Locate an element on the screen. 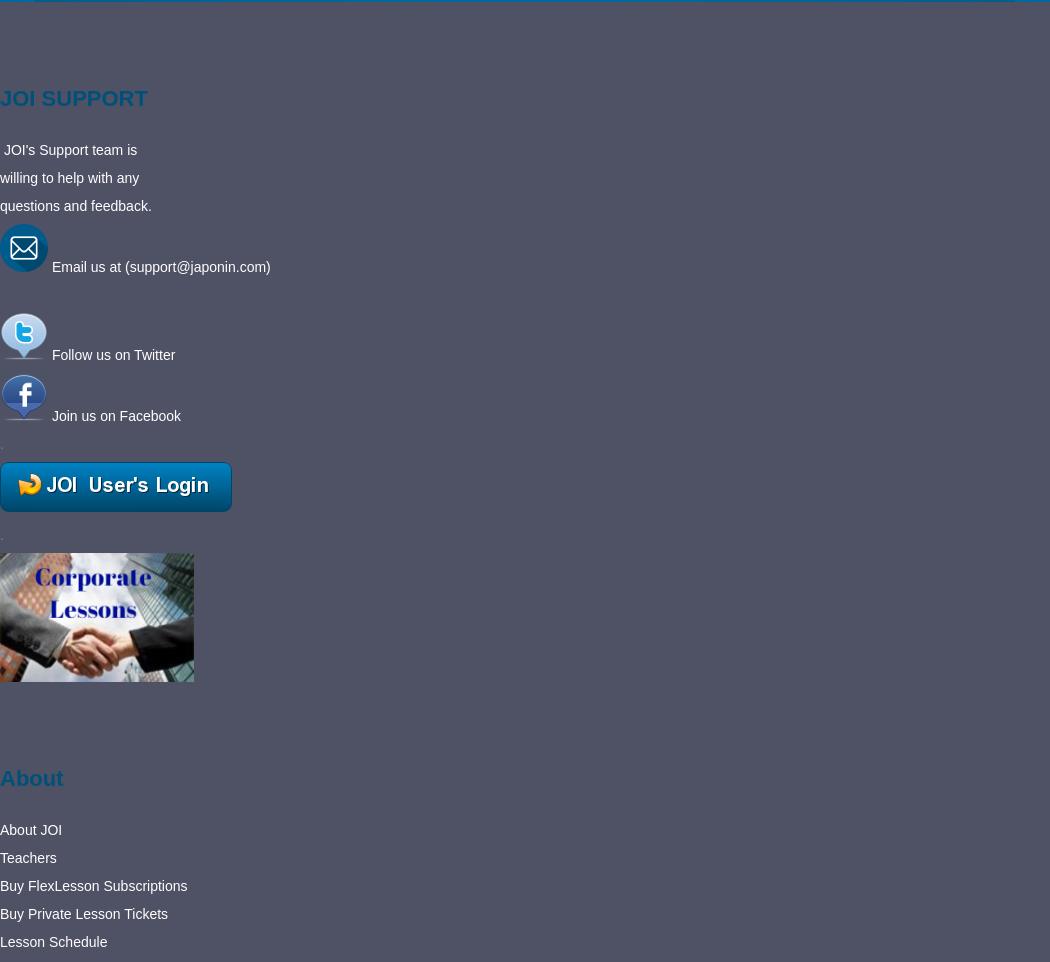  'Facebook' is located at coordinates (150, 414).